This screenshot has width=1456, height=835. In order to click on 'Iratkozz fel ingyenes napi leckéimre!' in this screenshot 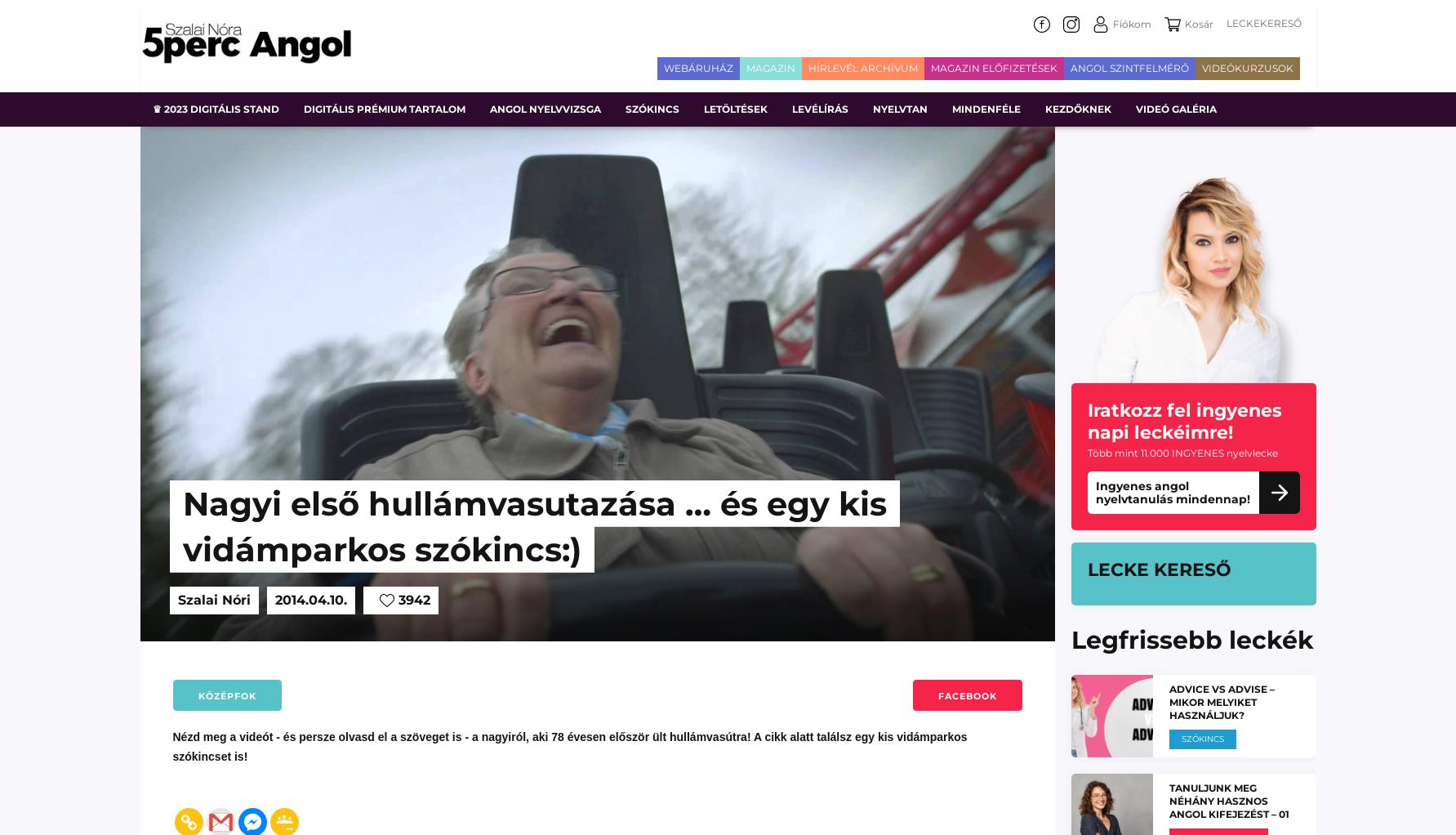, I will do `click(1183, 421)`.